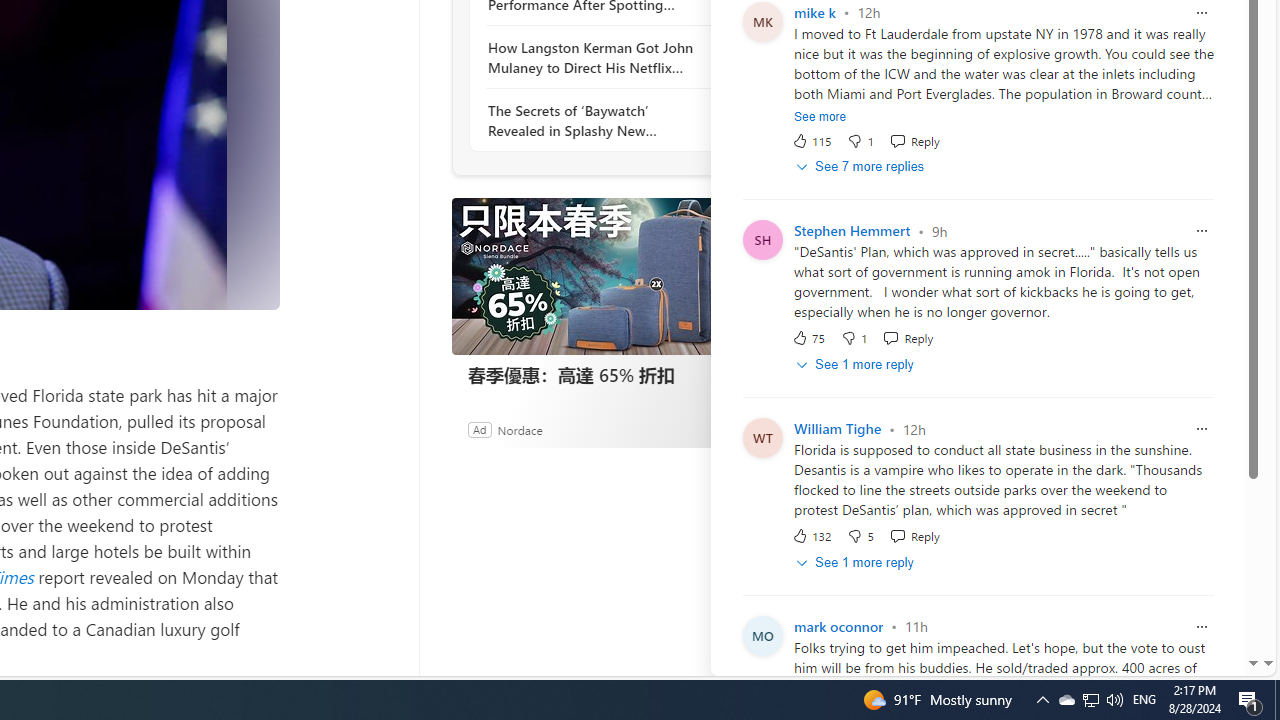 Image resolution: width=1280 pixels, height=720 pixels. What do you see at coordinates (811, 535) in the screenshot?
I see `'132 Like'` at bounding box center [811, 535].